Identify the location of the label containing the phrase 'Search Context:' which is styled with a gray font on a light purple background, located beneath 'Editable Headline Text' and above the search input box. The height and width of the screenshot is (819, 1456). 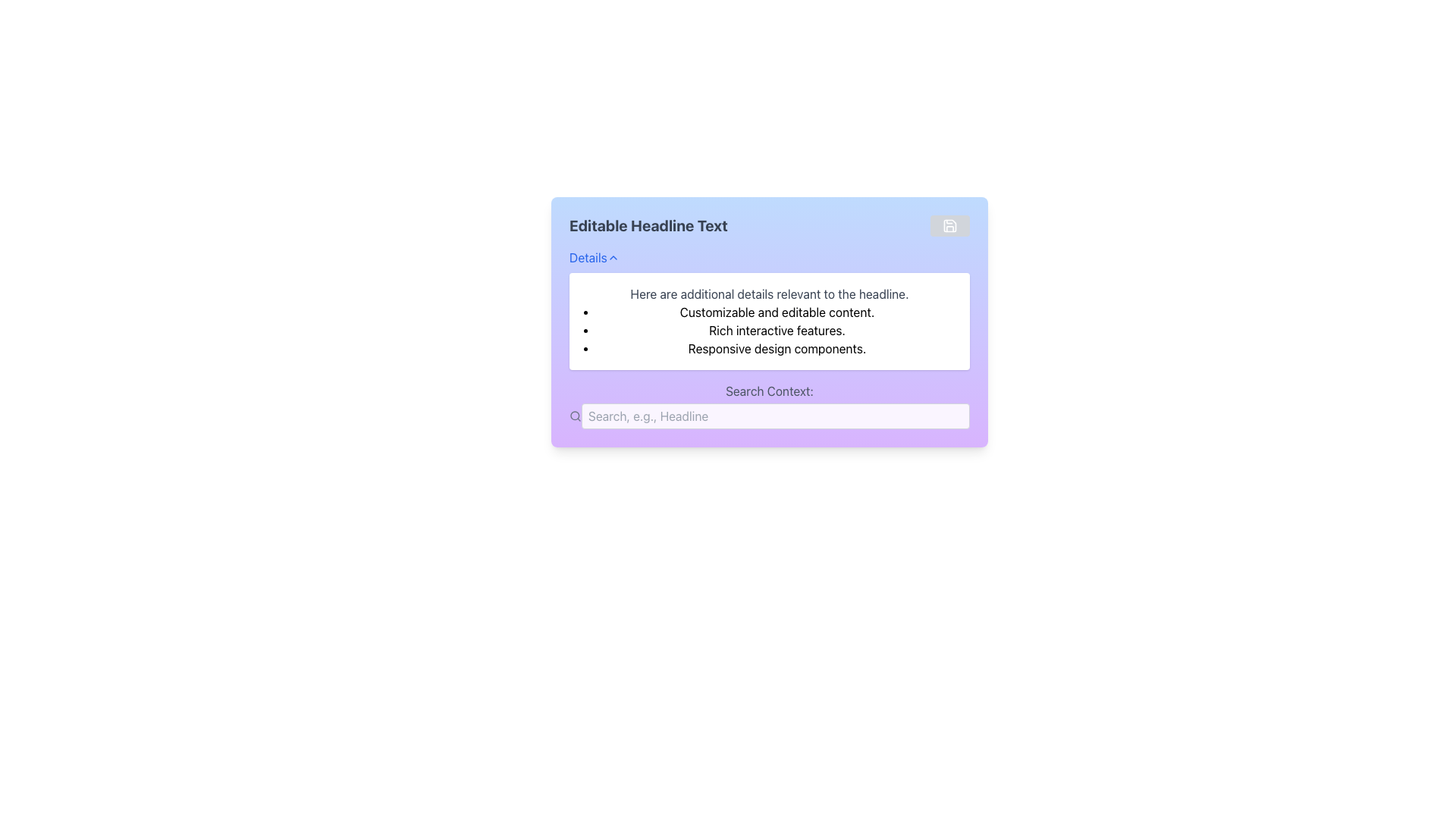
(769, 405).